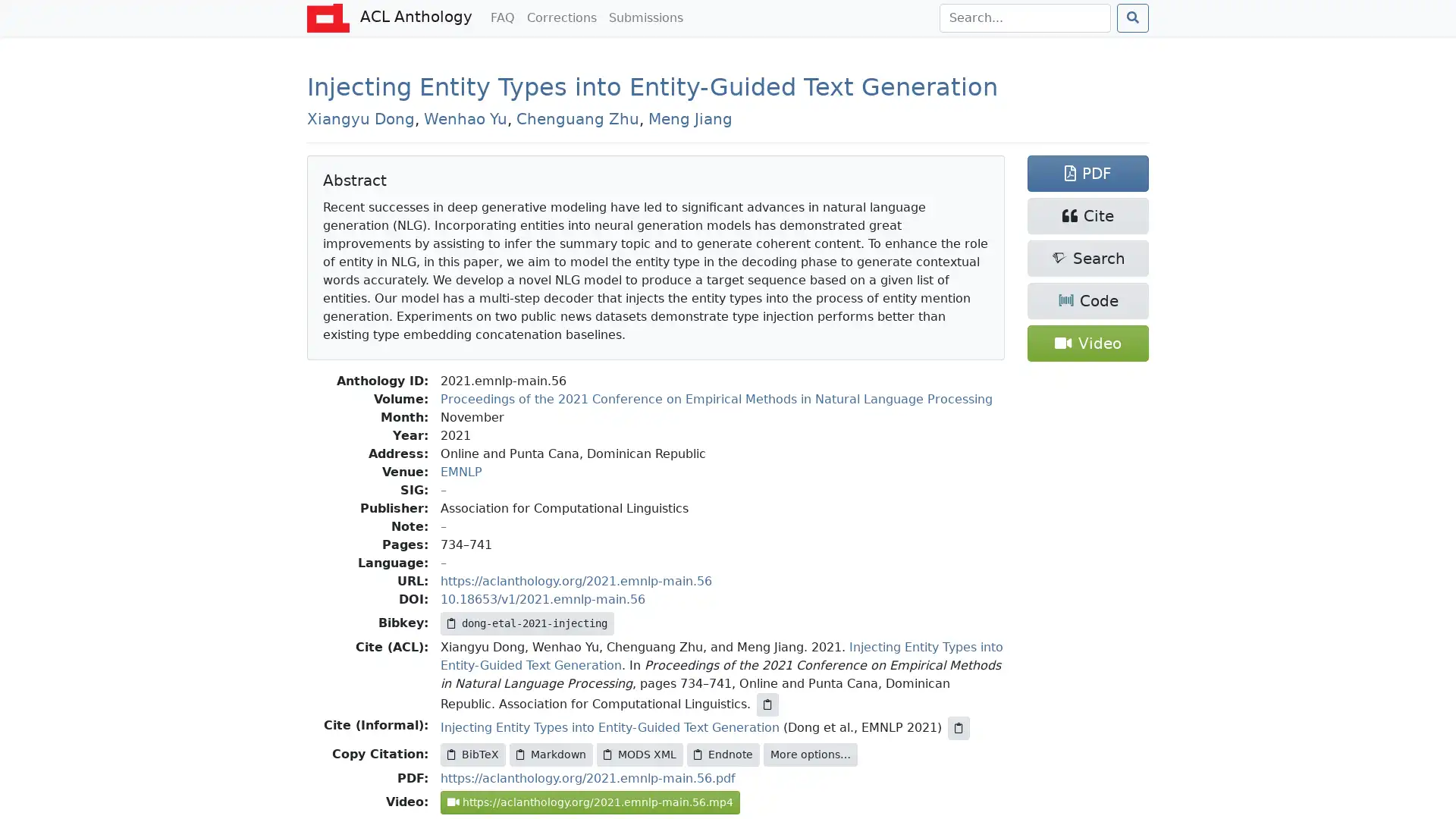 This screenshot has height=819, width=1456. I want to click on BibTeX, so click(472, 755).